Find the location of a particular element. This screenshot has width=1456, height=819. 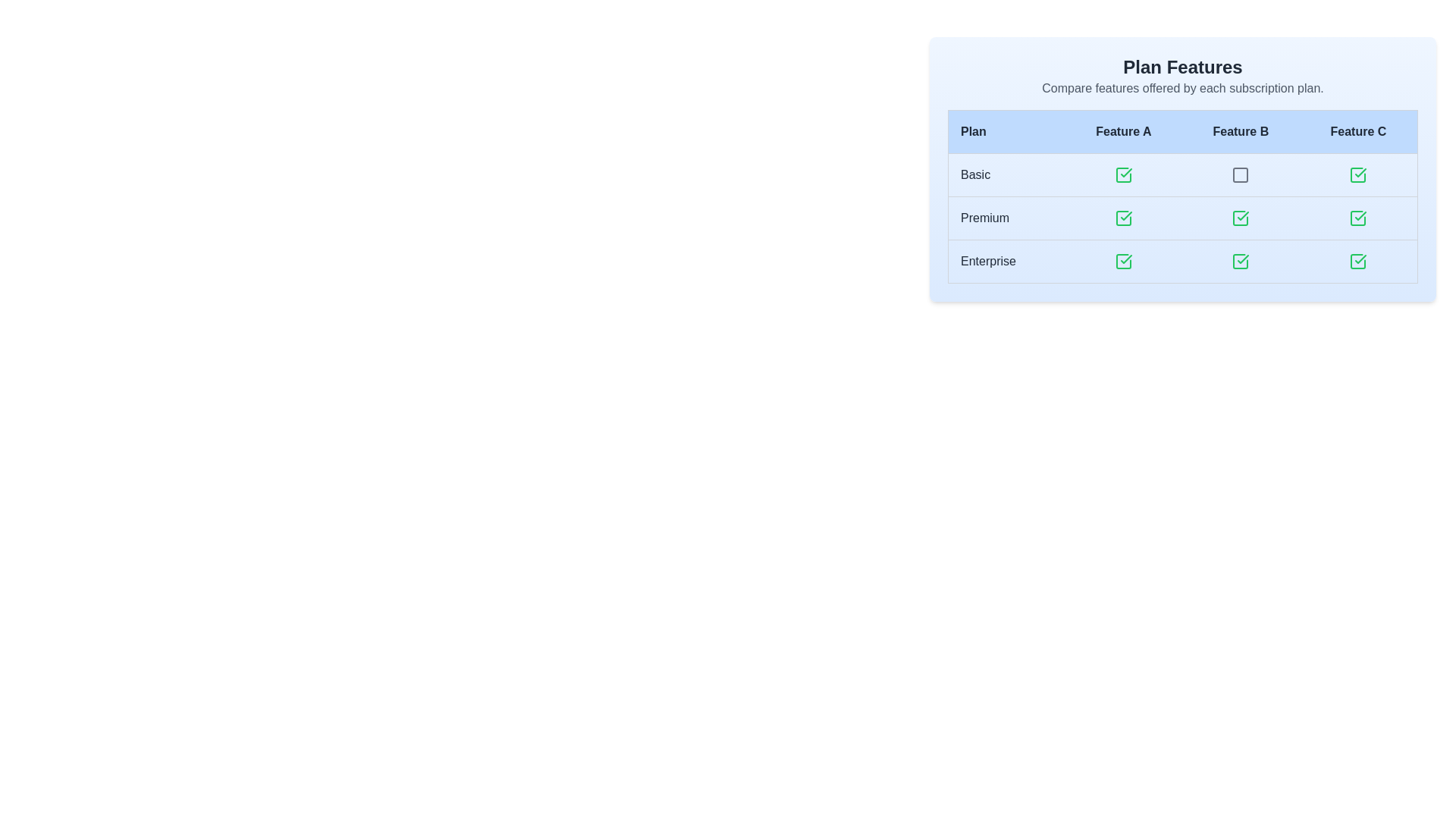

the state of the Icon representing Feature B availability in the Enterprise plan, located at the center of the table cell in the 'Enterprise' row and 'Feature B' column is located at coordinates (1243, 259).